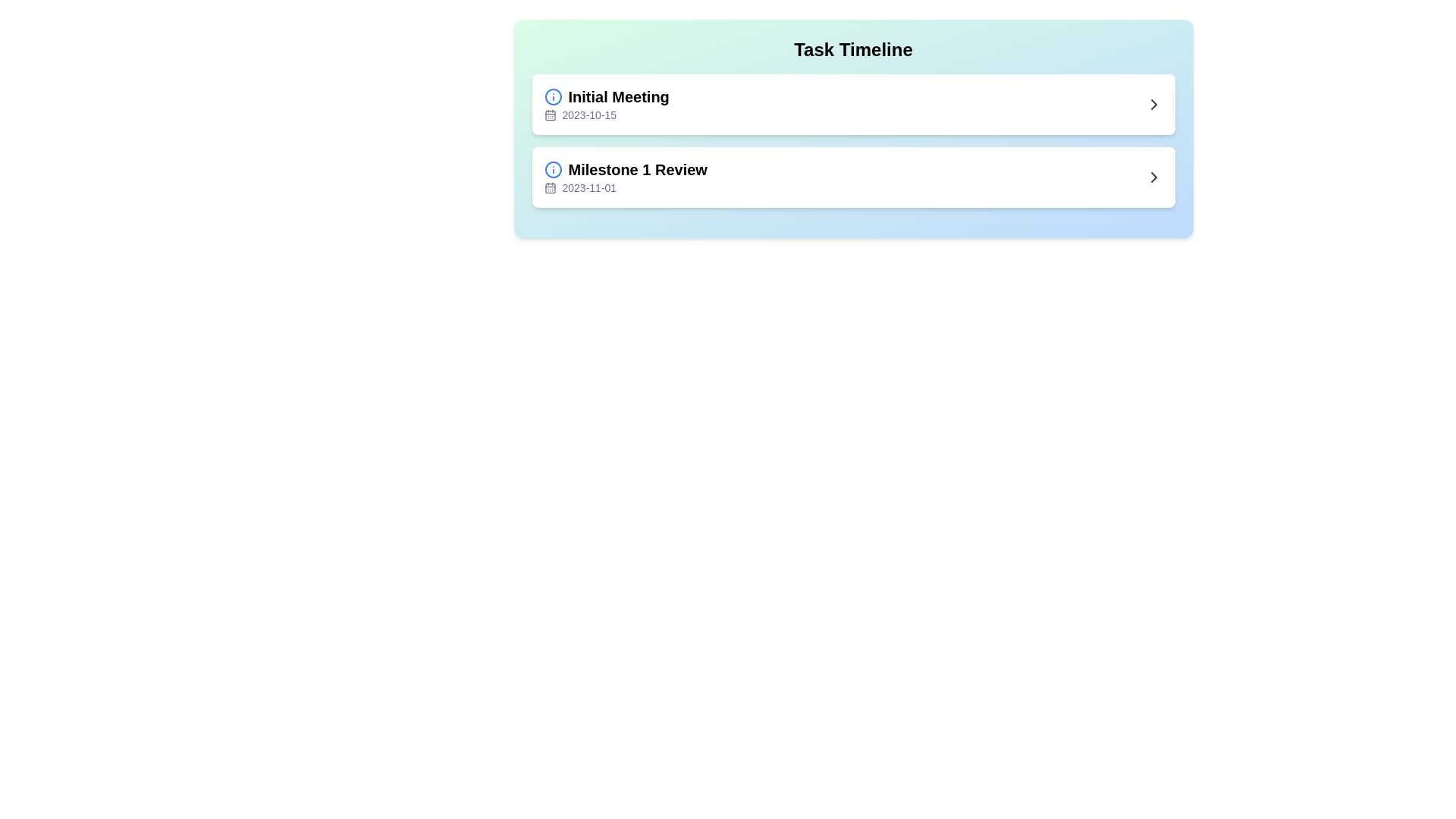 This screenshot has width=1456, height=819. I want to click on the content of the text label reading 'Milestone 1 Review', which is the second item in the 'Task Timeline' section, located beneath 'Initial Meeting', so click(626, 169).